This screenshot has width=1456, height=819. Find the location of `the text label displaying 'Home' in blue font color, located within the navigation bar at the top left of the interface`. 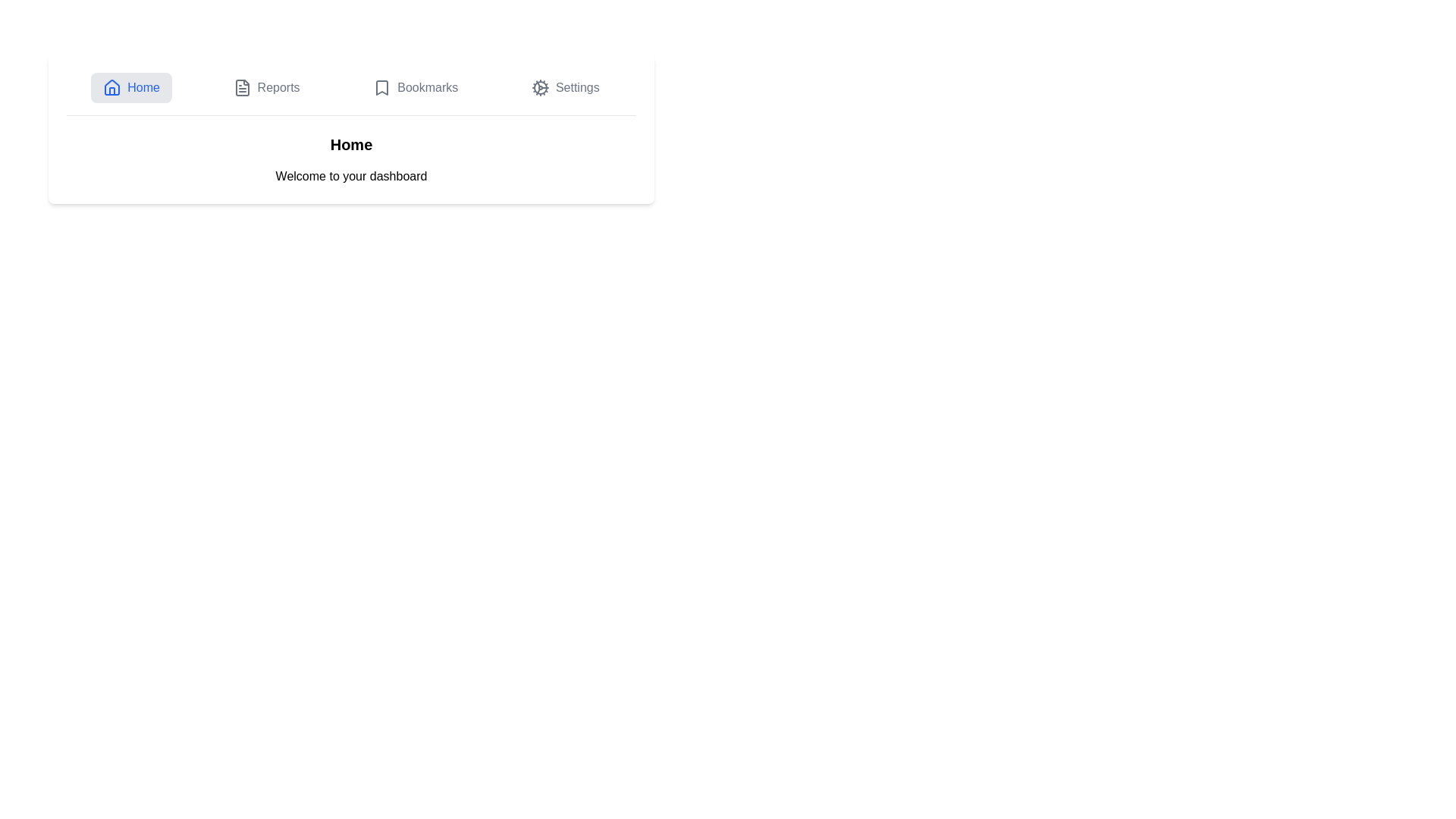

the text label displaying 'Home' in blue font color, located within the navigation bar at the top left of the interface is located at coordinates (143, 87).